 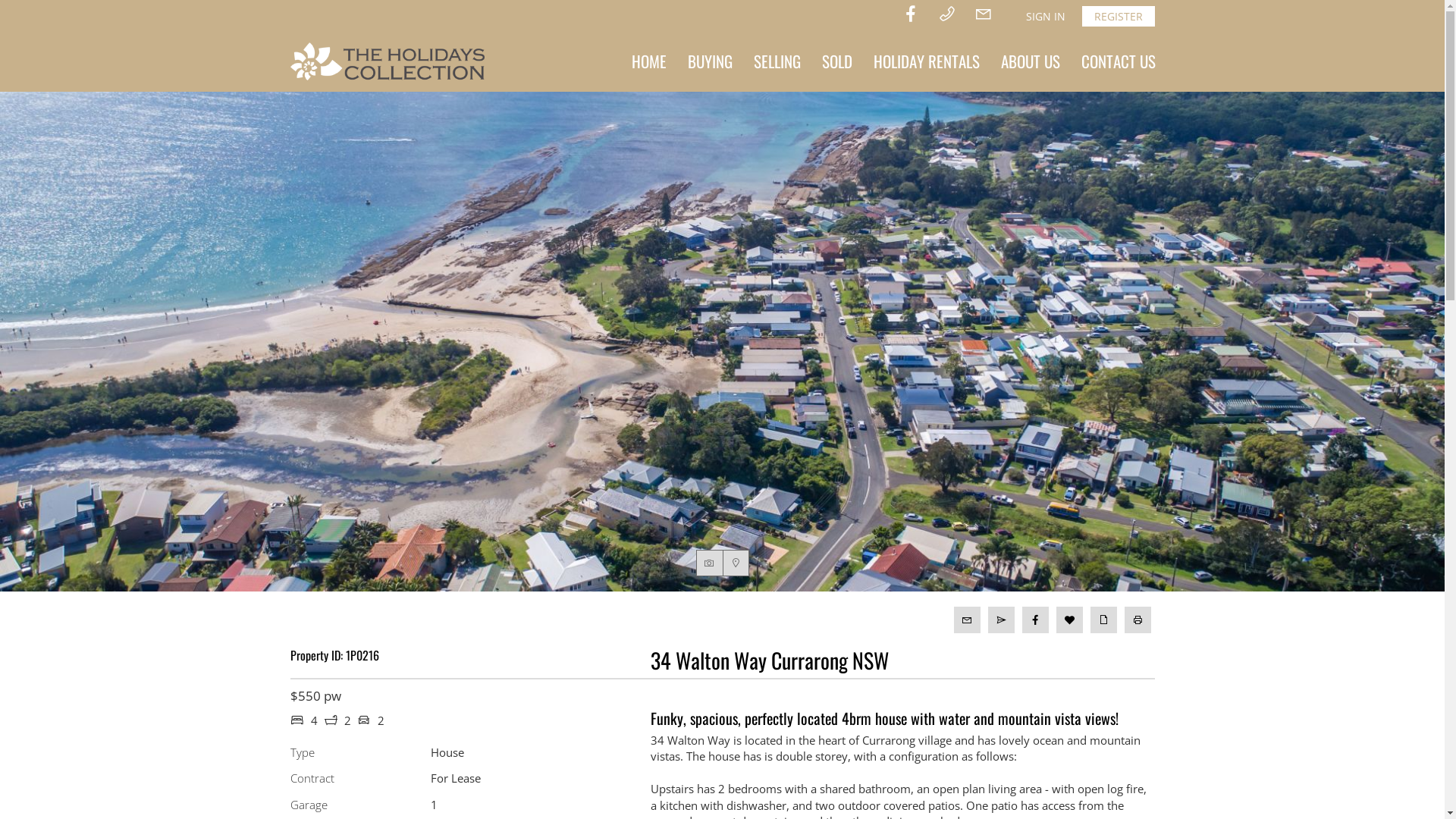 I want to click on 'HOME', so click(x=648, y=61).